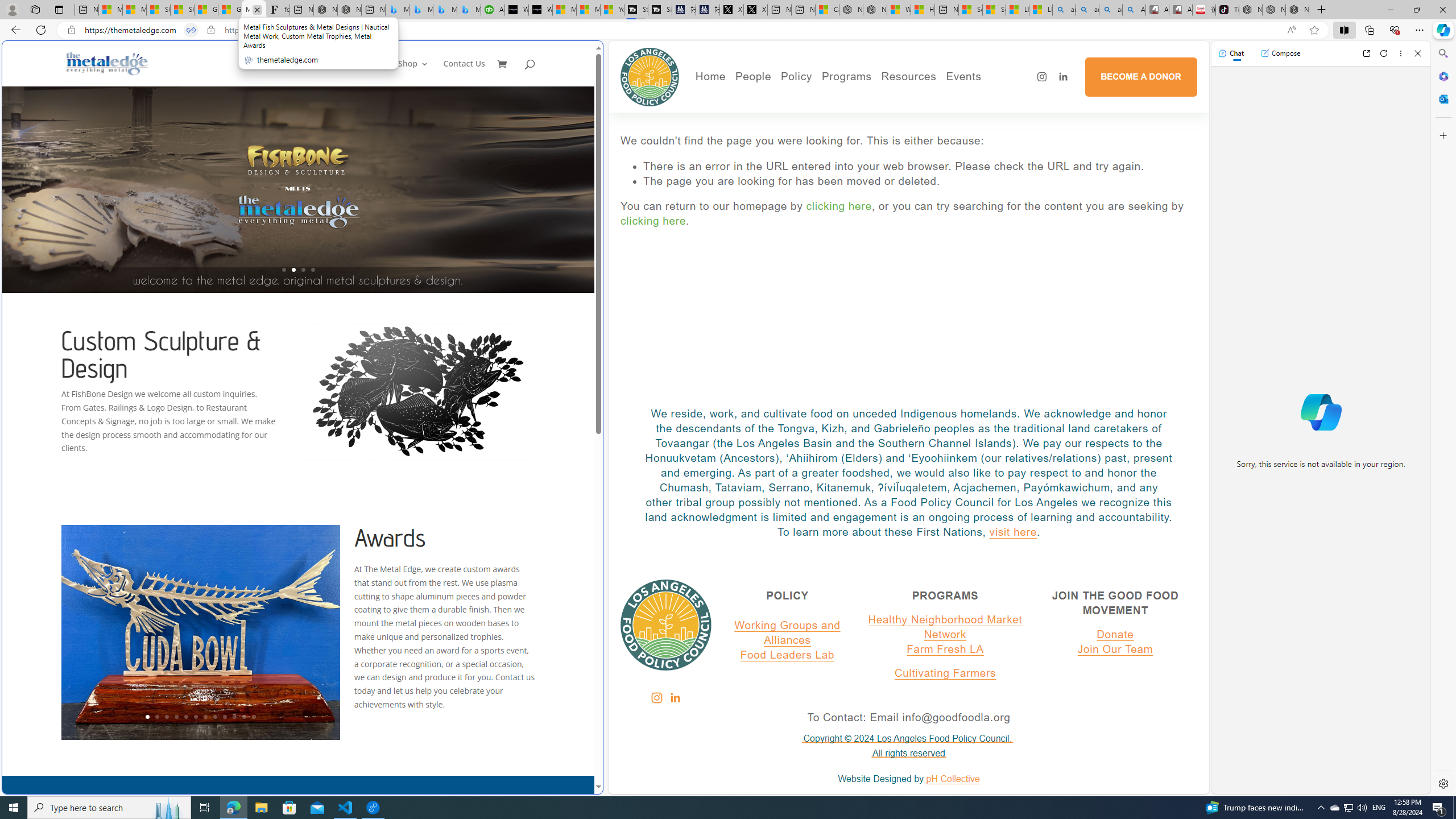  What do you see at coordinates (11, 9) in the screenshot?
I see `'Personal Profile'` at bounding box center [11, 9].